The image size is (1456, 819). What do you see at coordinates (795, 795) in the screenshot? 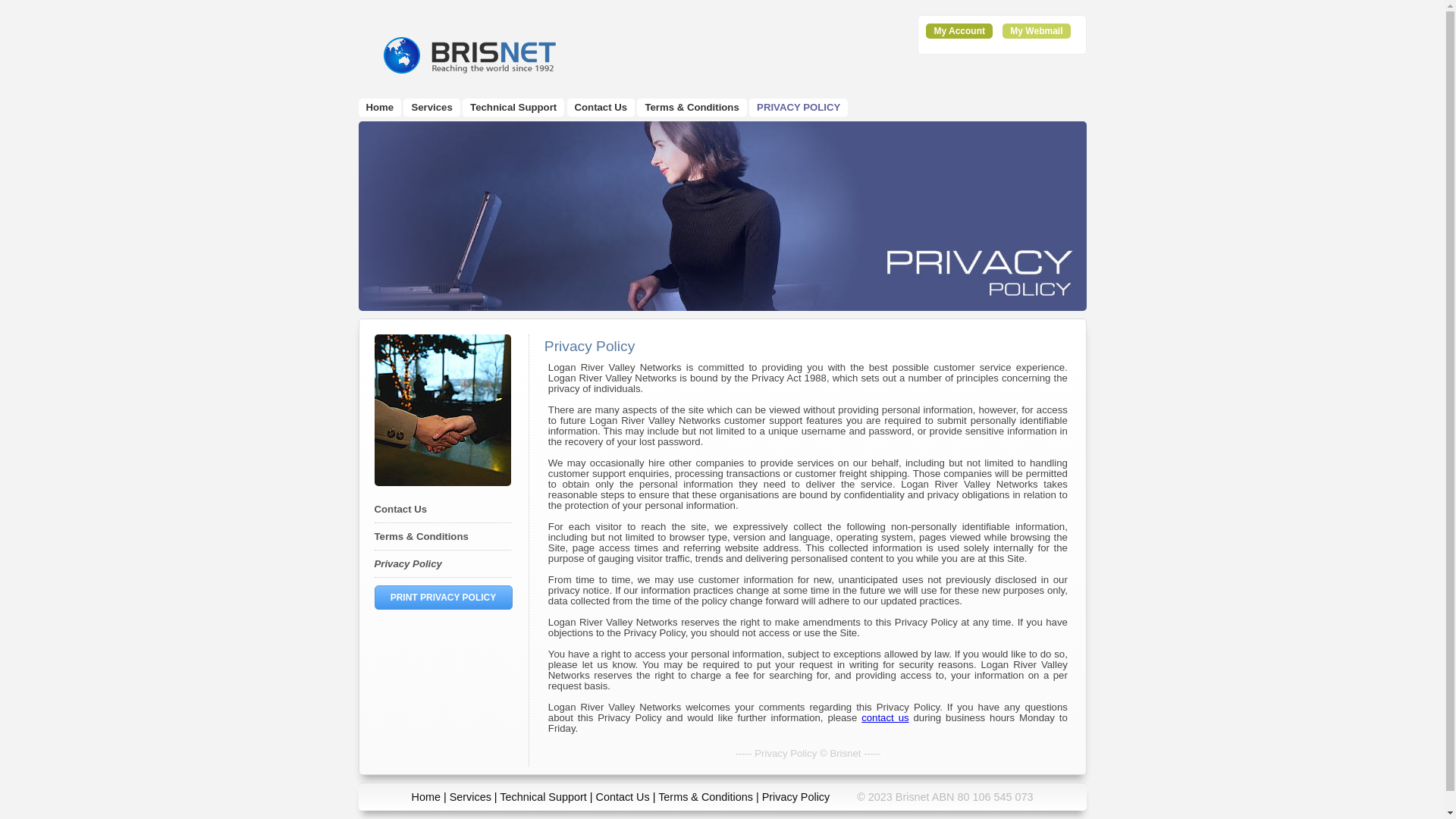
I see `'Privacy Policy'` at bounding box center [795, 795].